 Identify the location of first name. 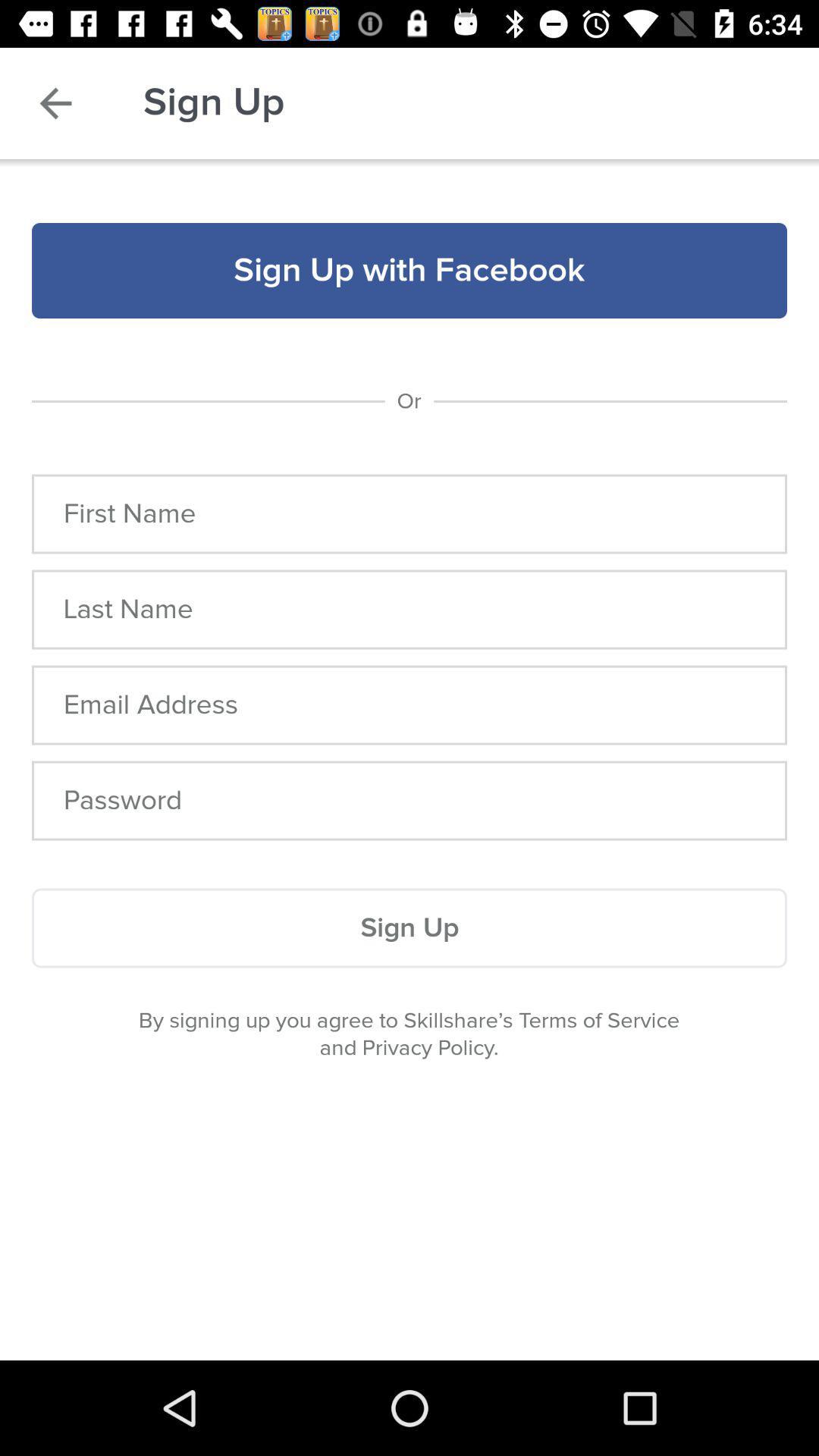
(409, 513).